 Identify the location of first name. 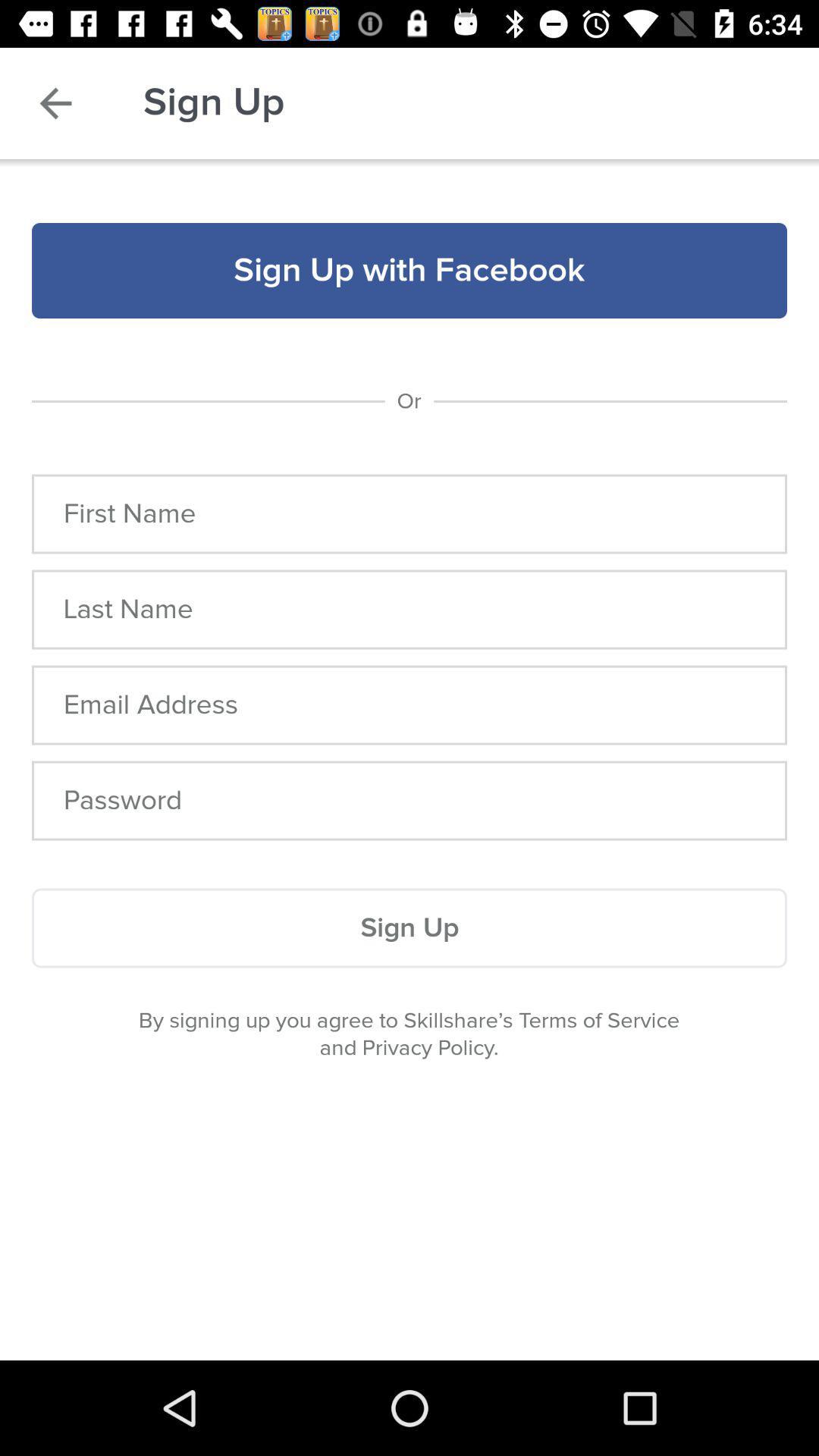
(409, 513).